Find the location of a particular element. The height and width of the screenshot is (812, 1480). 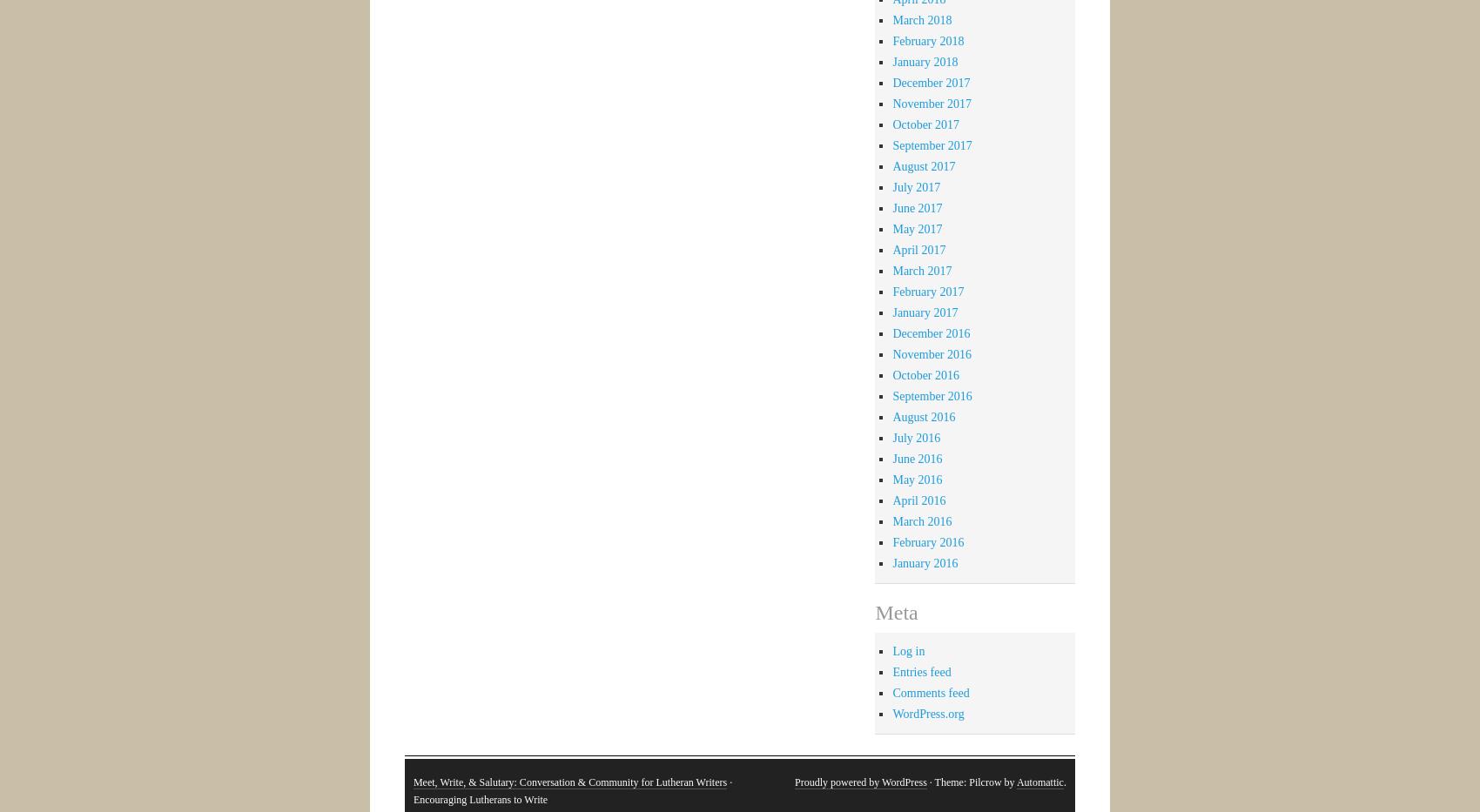

'December 2016' is located at coordinates (931, 332).